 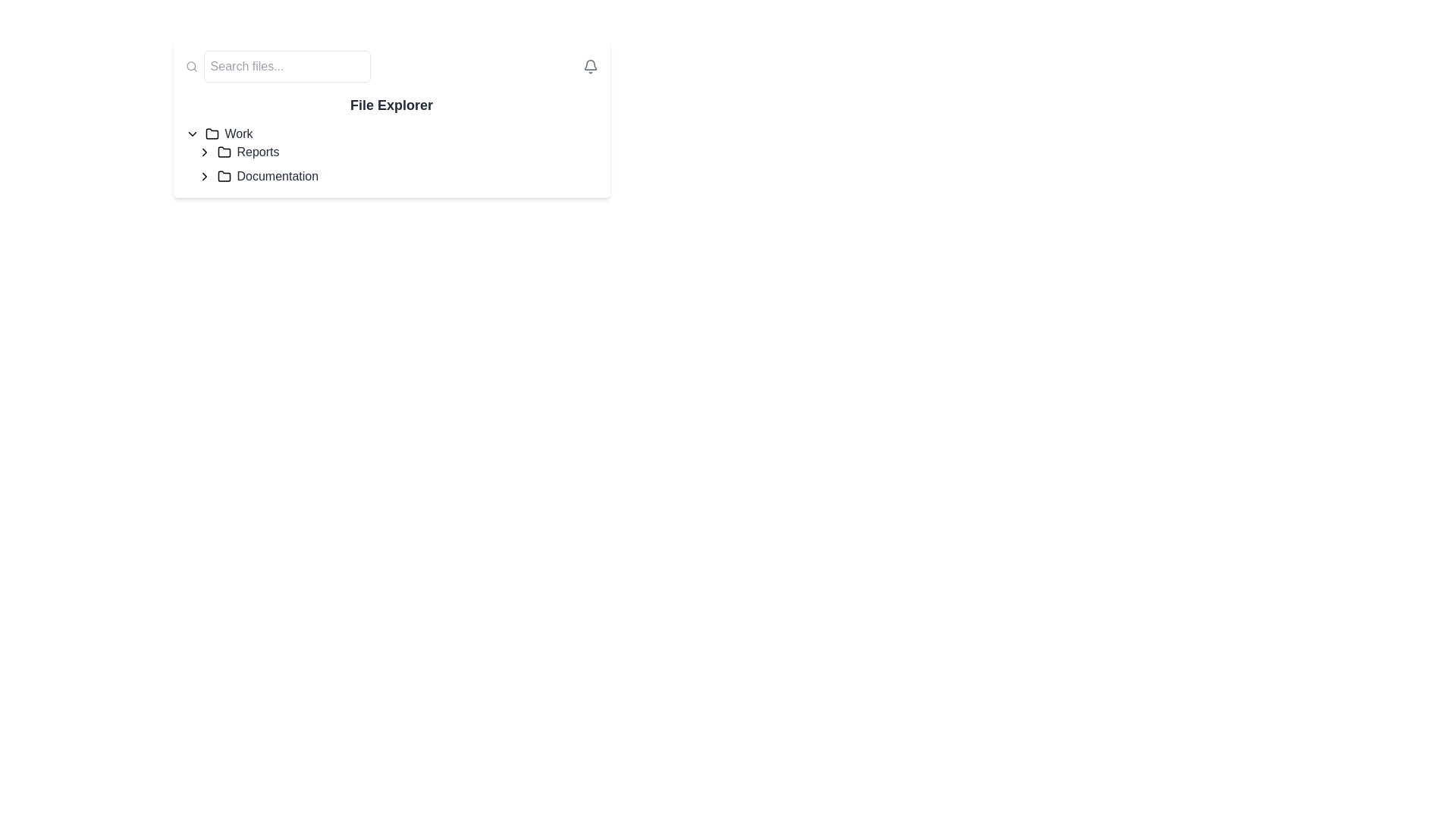 I want to click on the right-pointing Chevron icon located in the upper left section of the user interface, before the 'Documentation' text, so click(x=203, y=175).